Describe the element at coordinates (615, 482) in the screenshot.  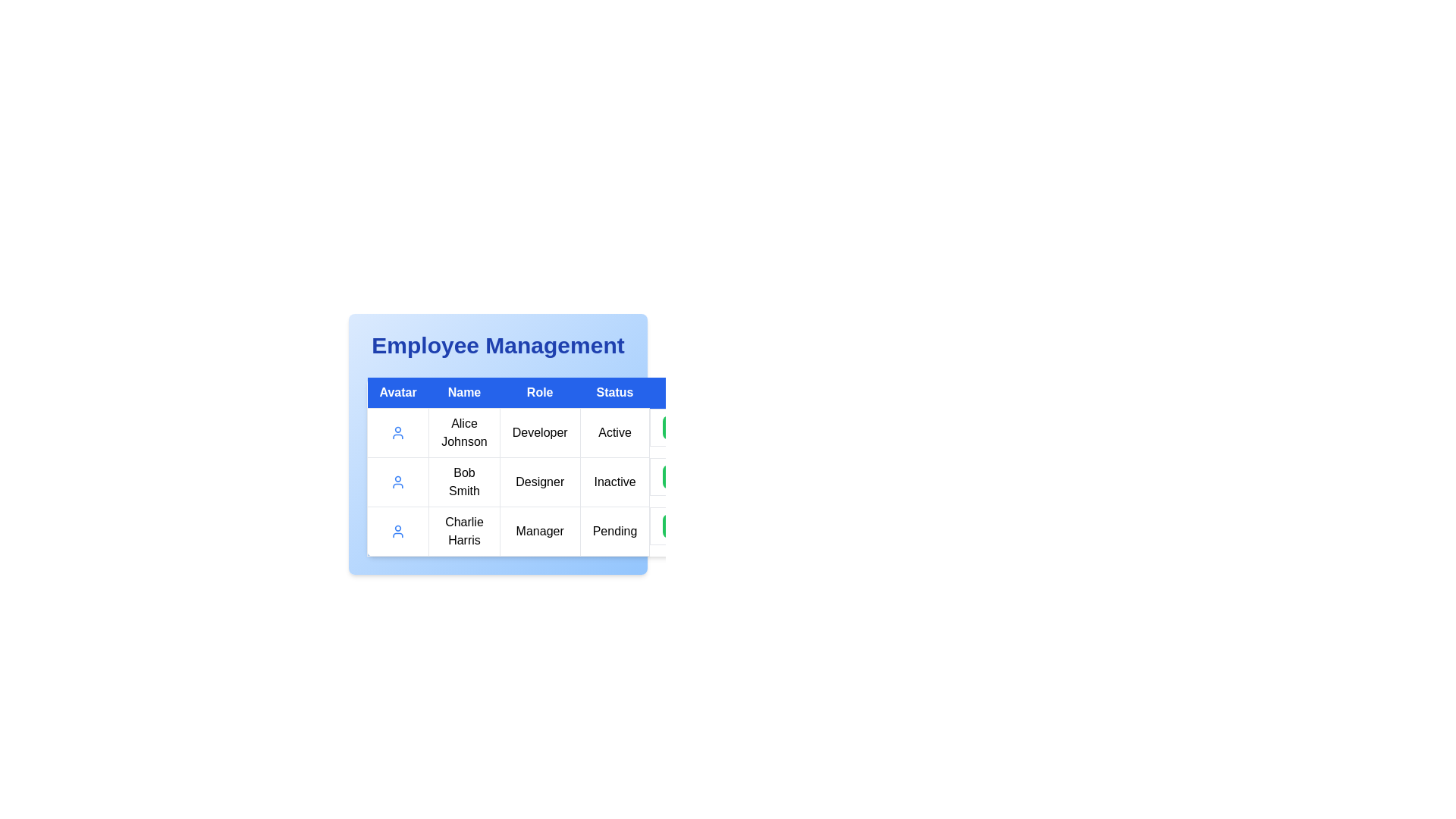
I see `status displayed in the text box located in the second row, fourth column of the 'Employee Management' table, which shows 'Inactive'` at that location.